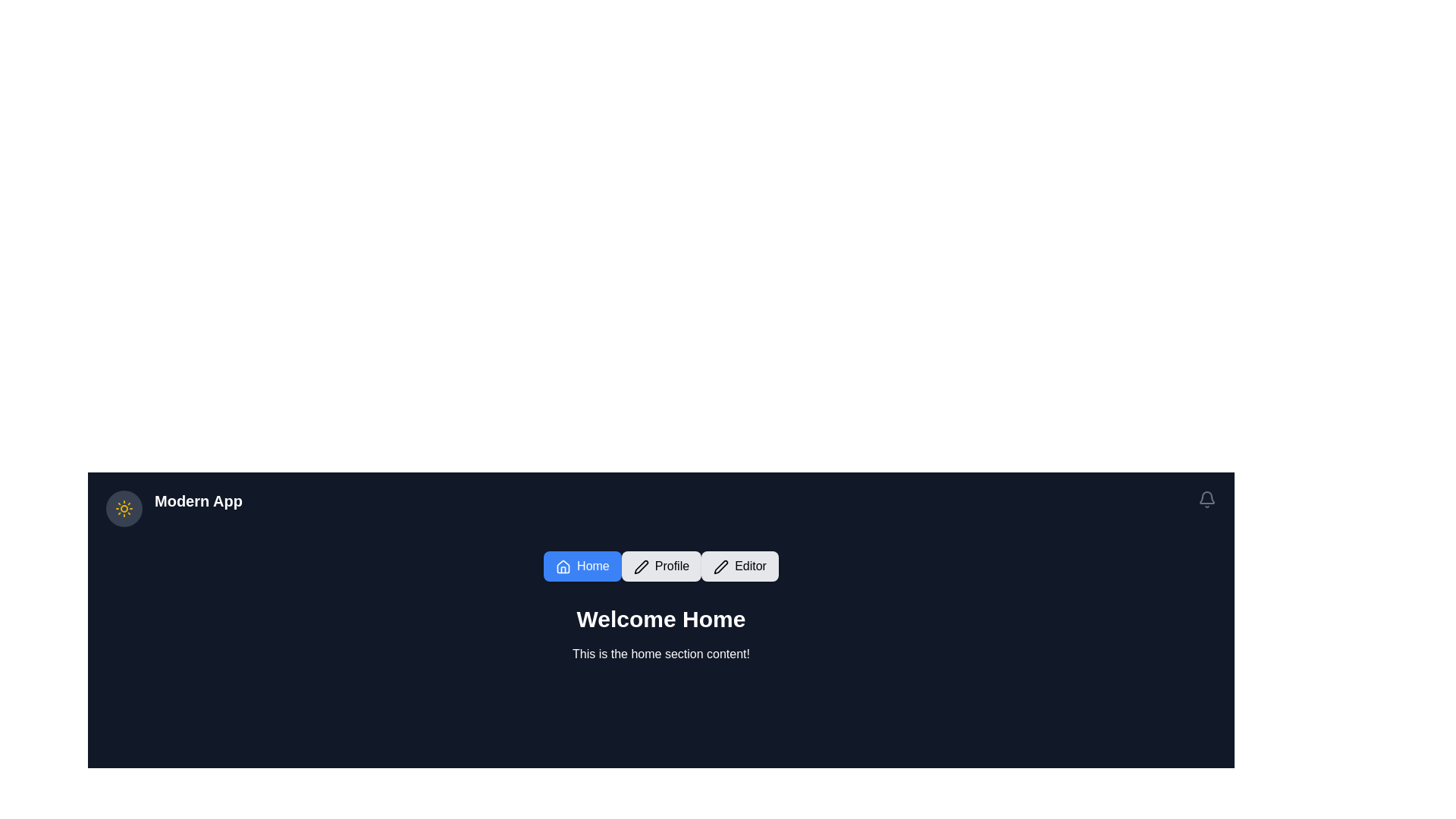 This screenshot has height=819, width=1456. What do you see at coordinates (661, 620) in the screenshot?
I see `the Header or Title Text that serves as a welcoming message to users, located at the middle-bottom portion of the visible area` at bounding box center [661, 620].